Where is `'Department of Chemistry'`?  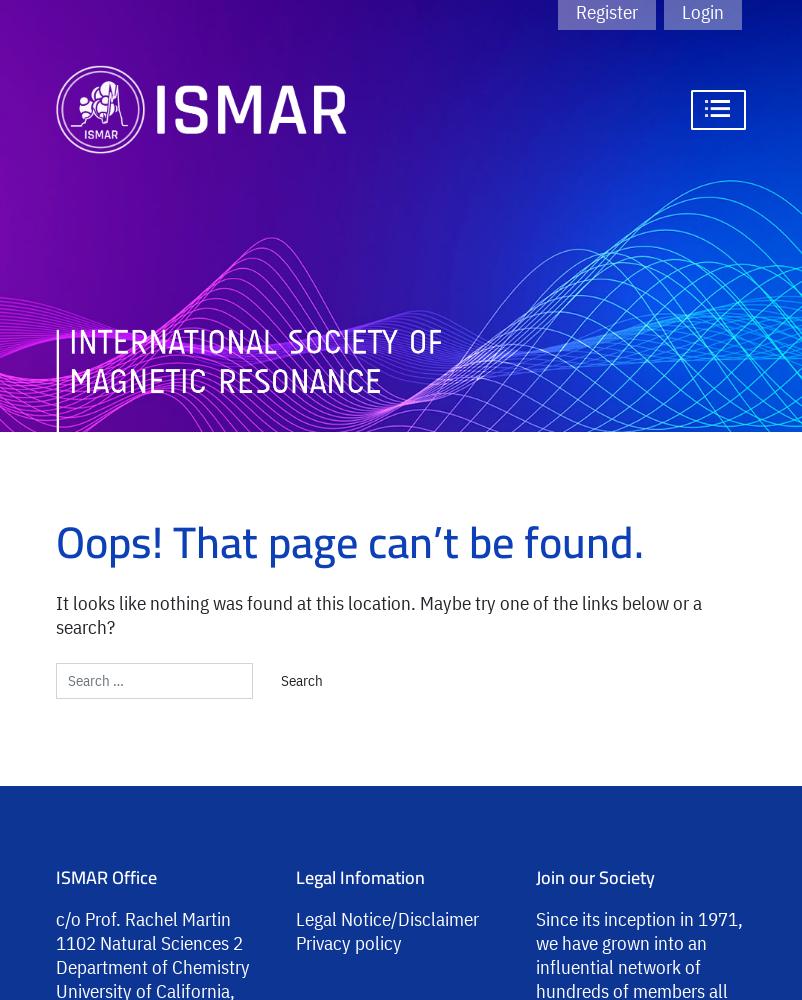 'Department of Chemistry' is located at coordinates (152, 965).